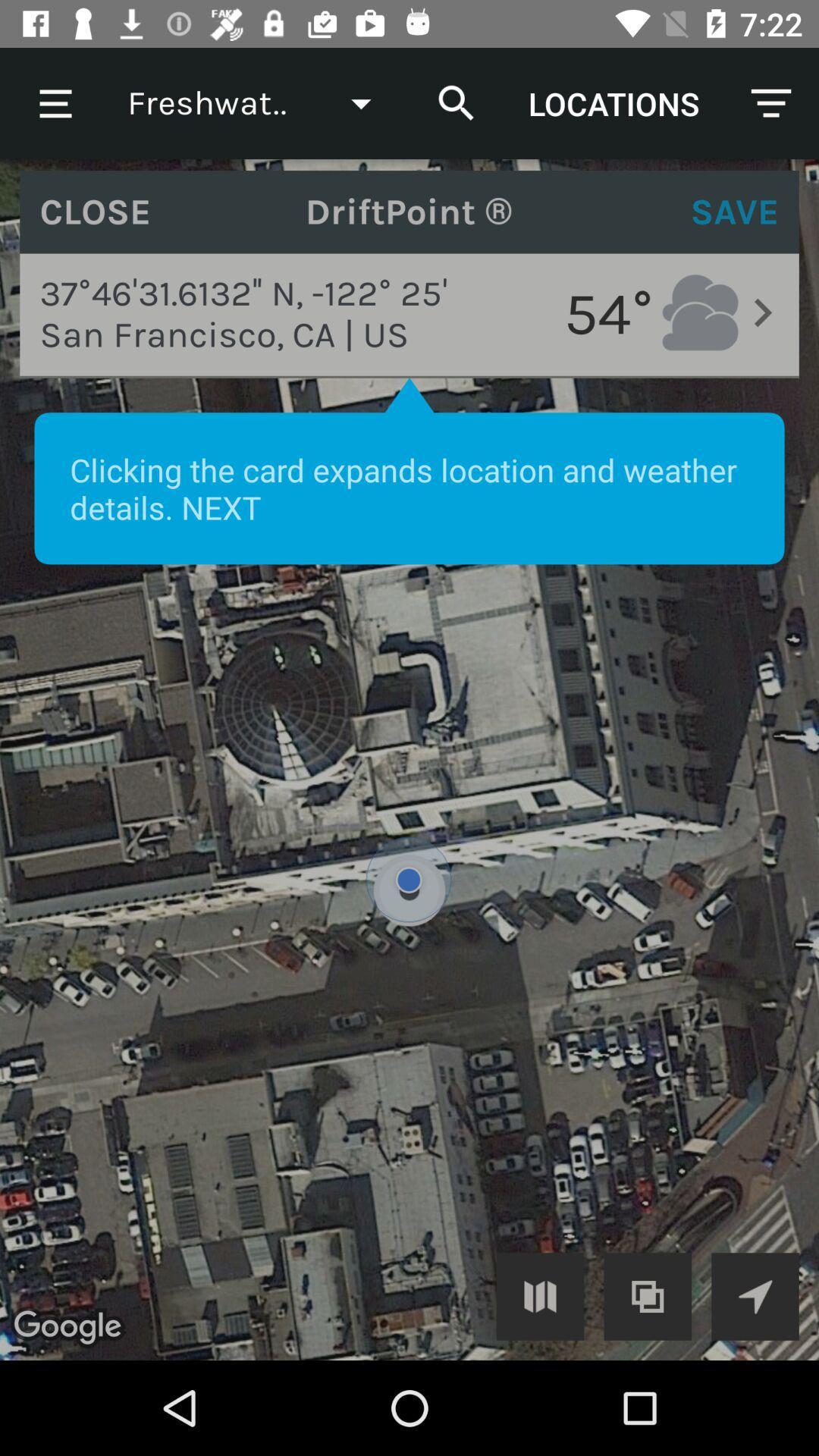  What do you see at coordinates (539, 1295) in the screenshot?
I see `expand the image` at bounding box center [539, 1295].